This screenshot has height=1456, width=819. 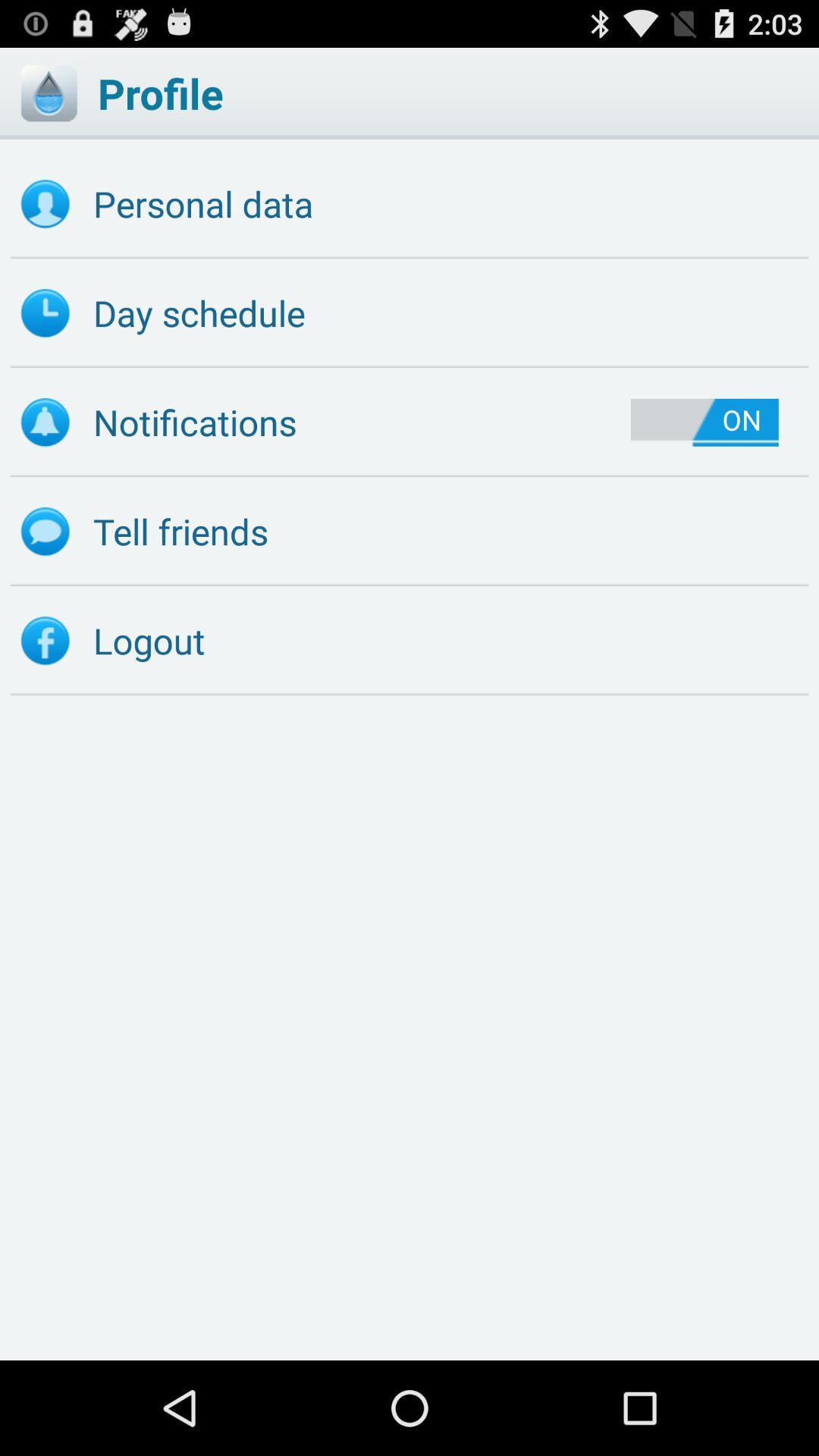 I want to click on the icon to the right of the notifications, so click(x=704, y=422).